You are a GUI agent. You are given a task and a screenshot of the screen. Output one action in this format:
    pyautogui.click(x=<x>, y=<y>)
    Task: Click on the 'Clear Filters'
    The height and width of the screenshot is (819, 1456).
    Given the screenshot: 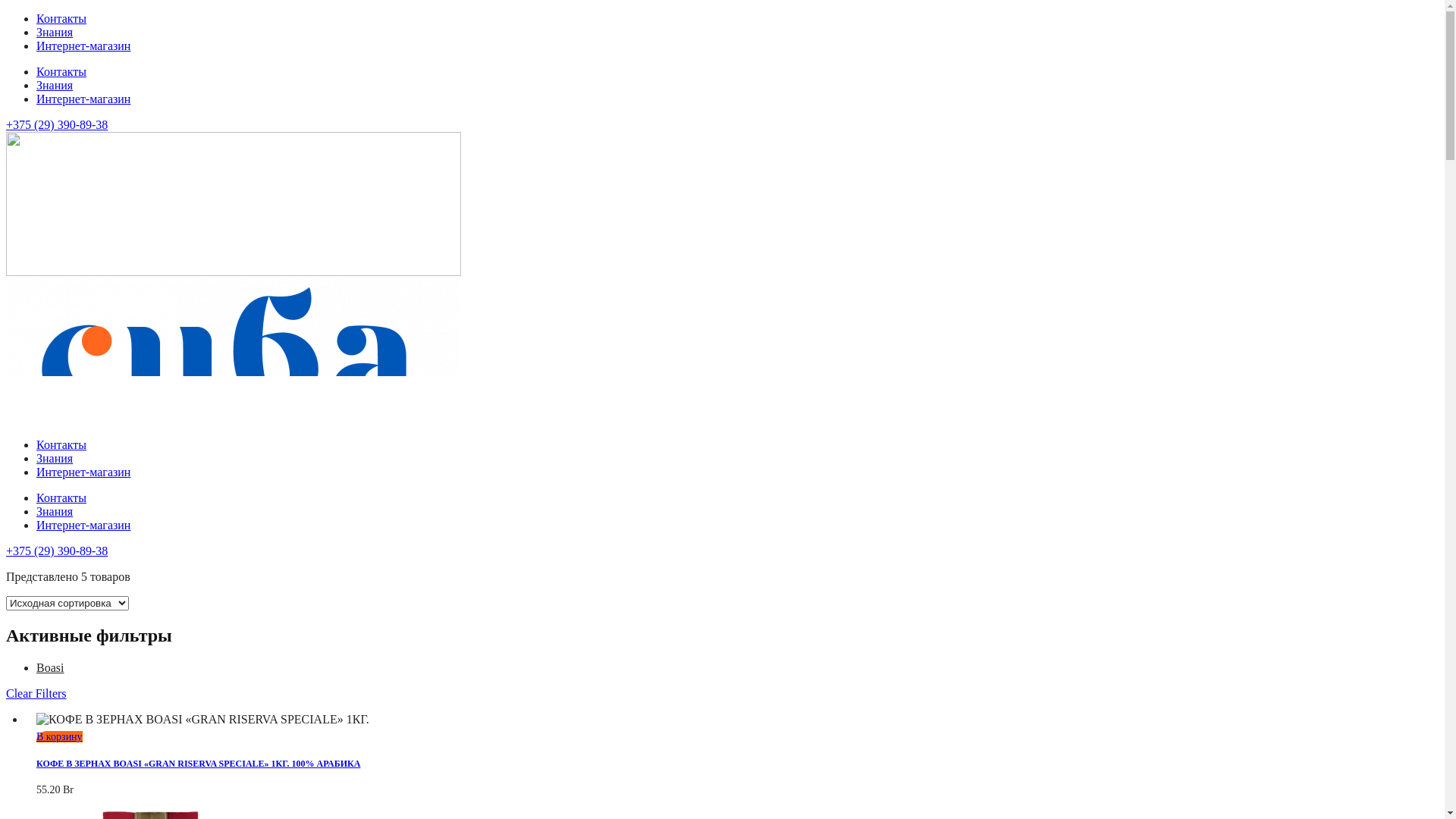 What is the action you would take?
    pyautogui.click(x=36, y=693)
    